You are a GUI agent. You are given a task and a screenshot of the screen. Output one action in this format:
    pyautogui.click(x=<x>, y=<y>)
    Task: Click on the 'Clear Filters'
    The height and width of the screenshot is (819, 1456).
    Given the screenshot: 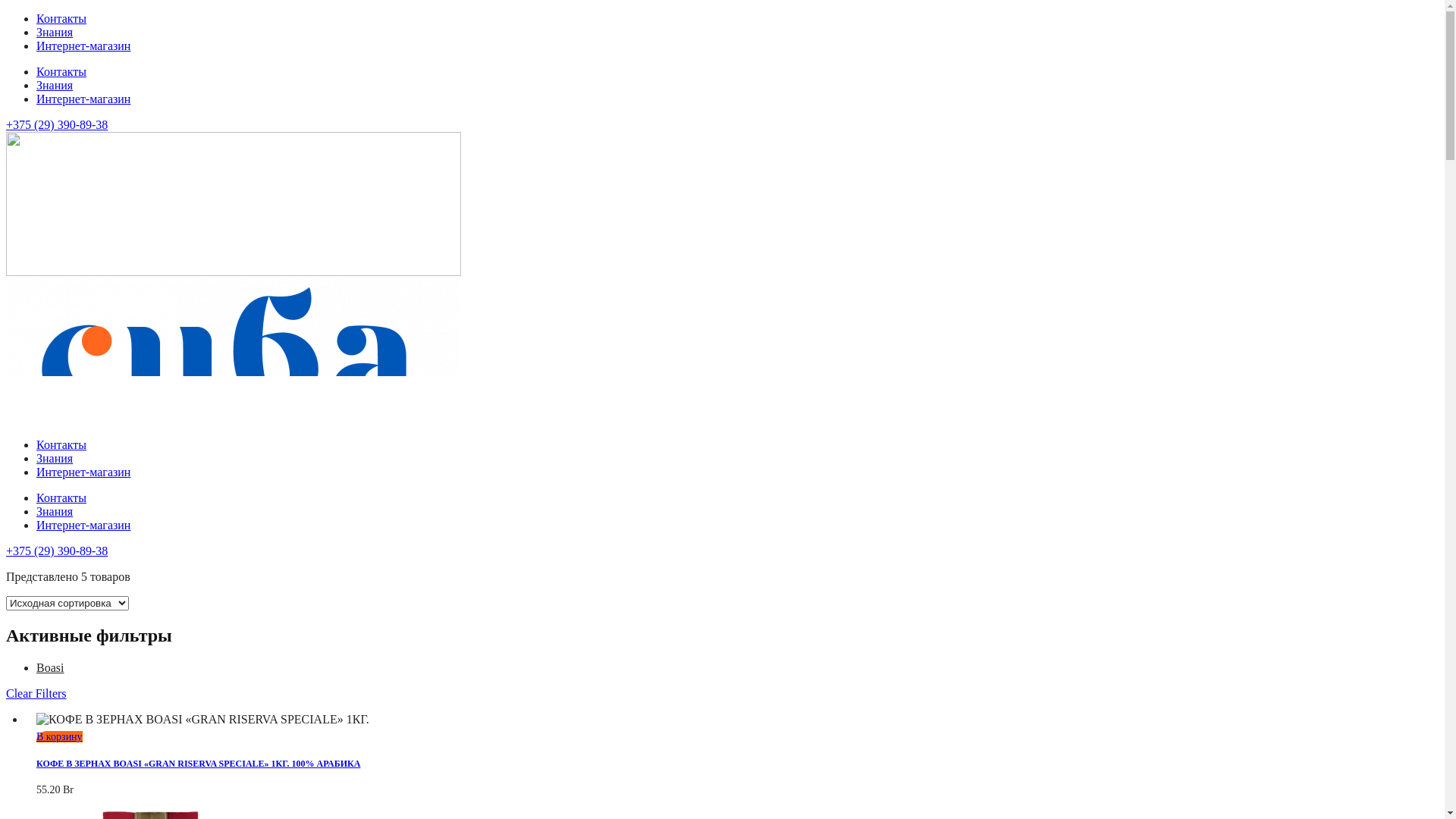 What is the action you would take?
    pyautogui.click(x=36, y=693)
    